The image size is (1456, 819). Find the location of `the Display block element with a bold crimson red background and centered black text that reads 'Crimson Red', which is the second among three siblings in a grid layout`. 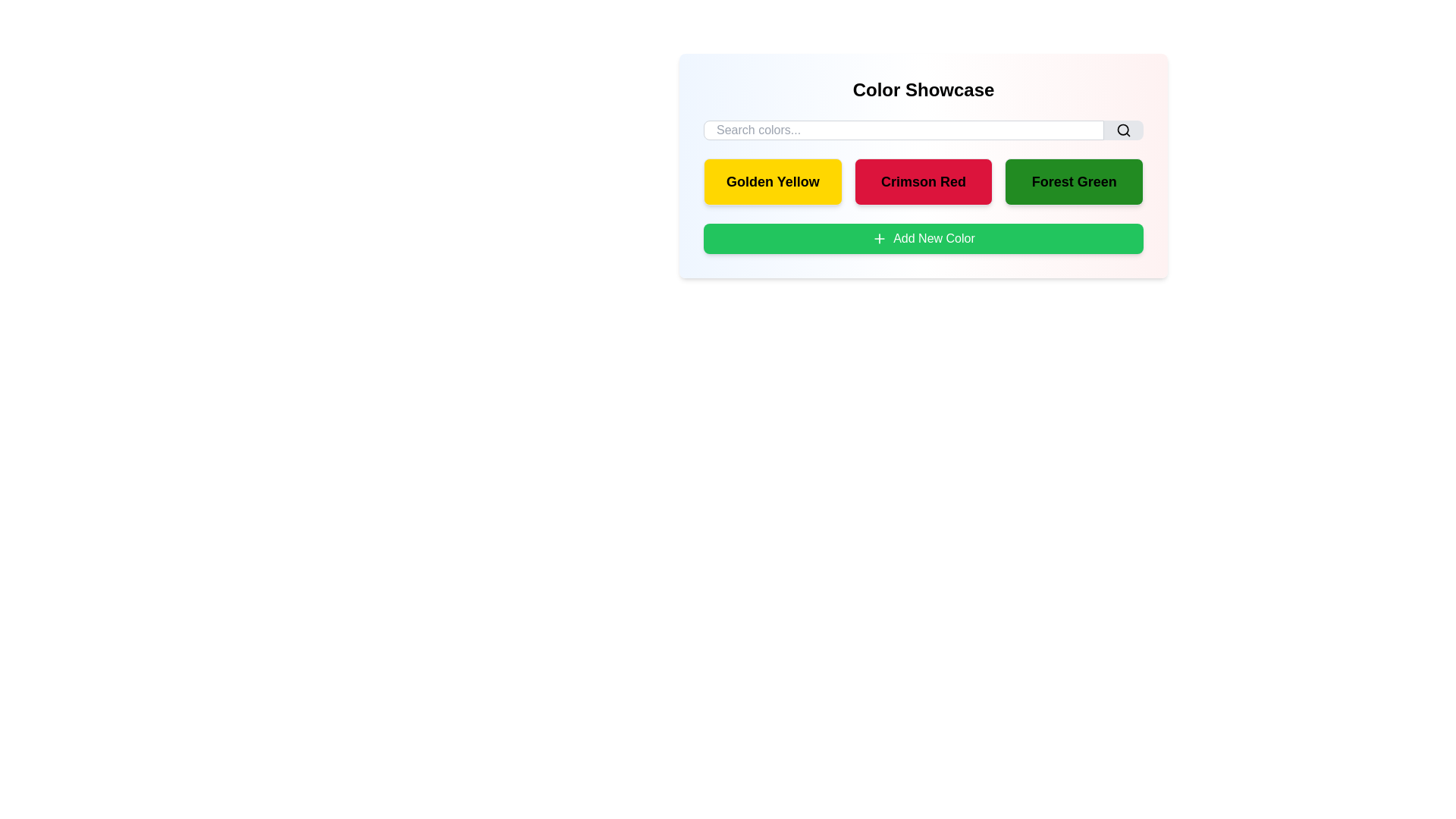

the Display block element with a bold crimson red background and centered black text that reads 'Crimson Red', which is the second among three siblings in a grid layout is located at coordinates (923, 180).